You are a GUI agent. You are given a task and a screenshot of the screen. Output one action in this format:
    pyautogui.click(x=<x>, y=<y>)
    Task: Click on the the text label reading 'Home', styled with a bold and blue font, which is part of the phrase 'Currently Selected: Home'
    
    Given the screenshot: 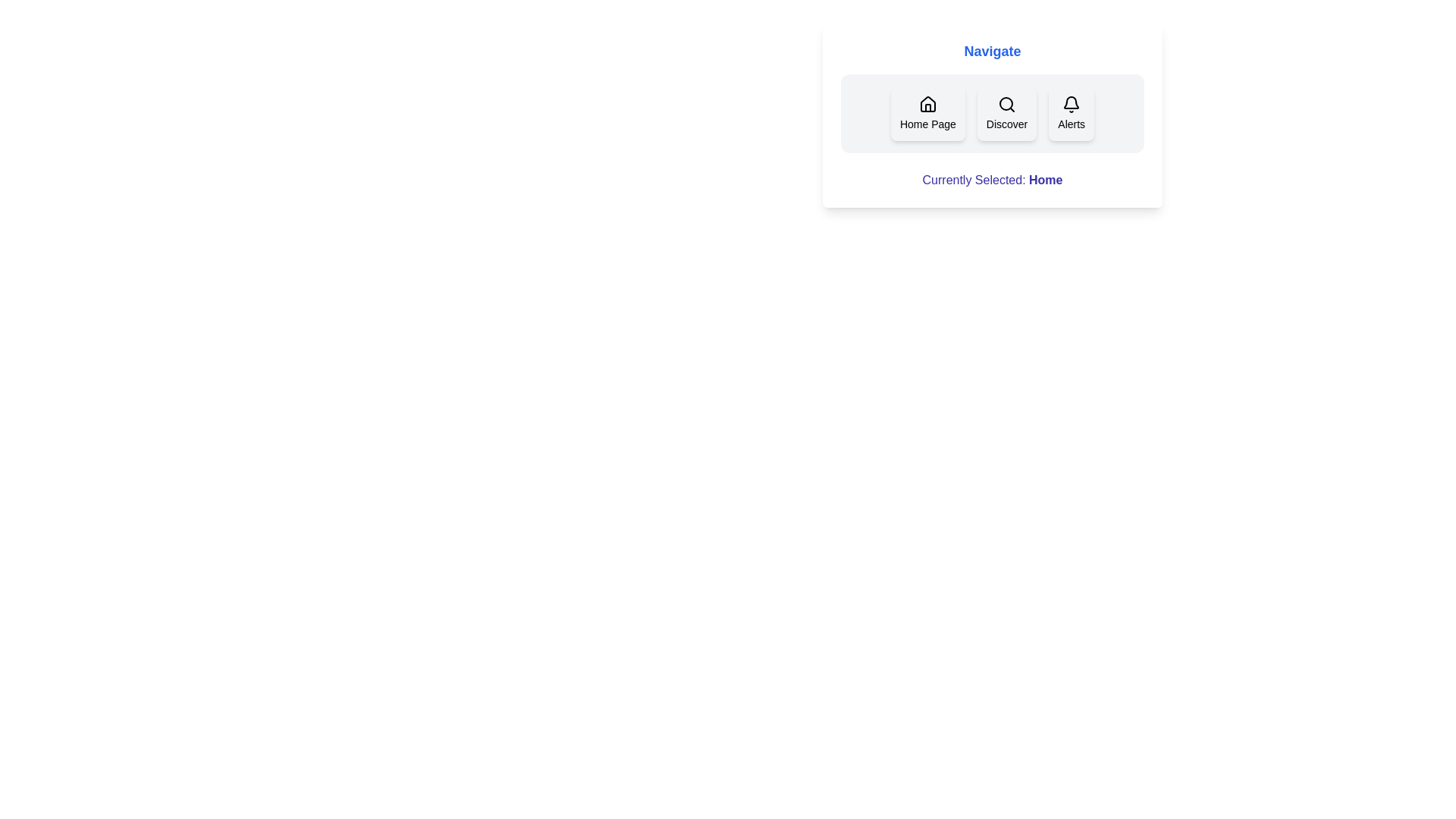 What is the action you would take?
    pyautogui.click(x=1045, y=179)
    